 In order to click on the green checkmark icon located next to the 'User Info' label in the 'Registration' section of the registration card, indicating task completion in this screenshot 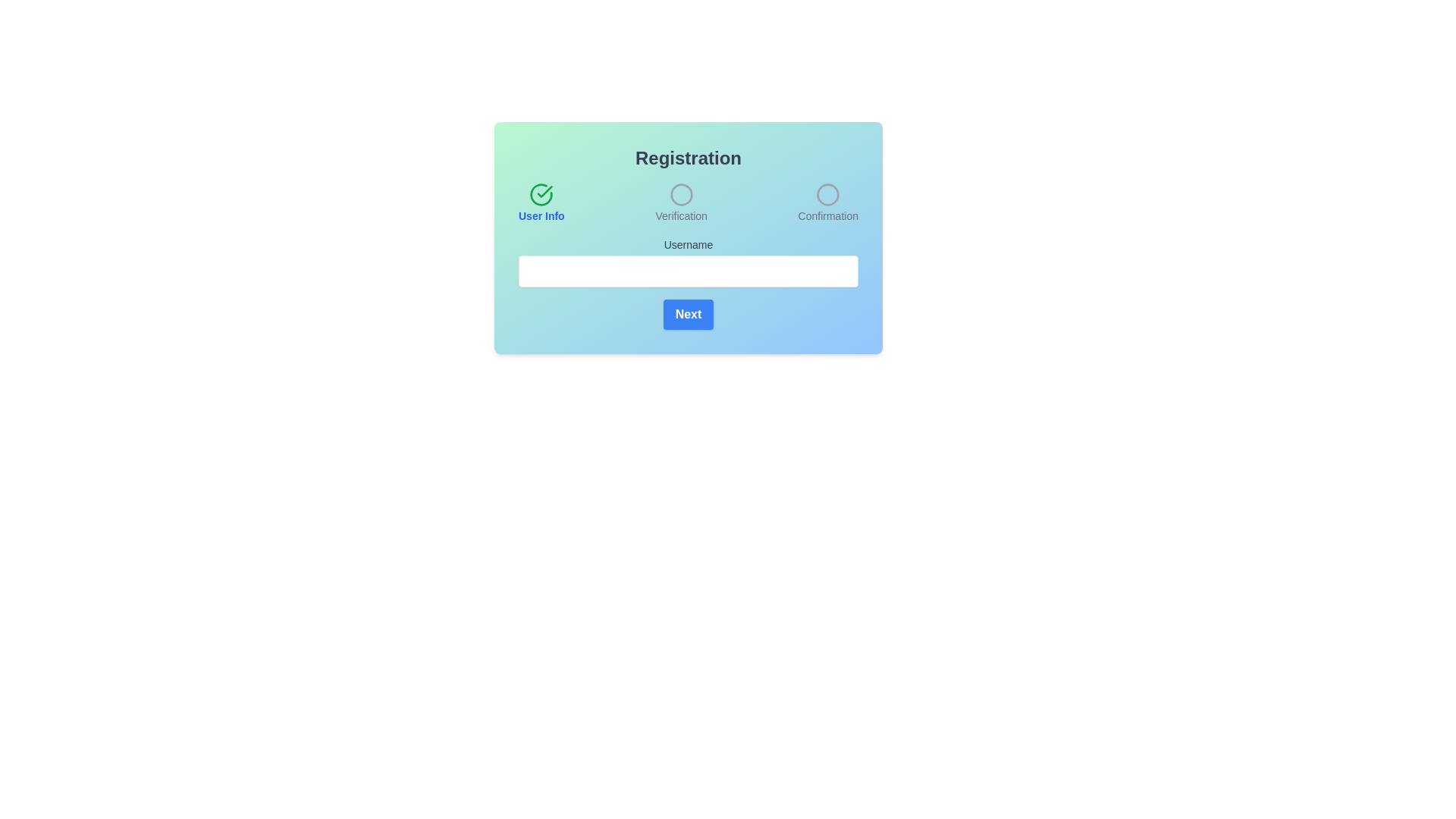, I will do `click(541, 194)`.